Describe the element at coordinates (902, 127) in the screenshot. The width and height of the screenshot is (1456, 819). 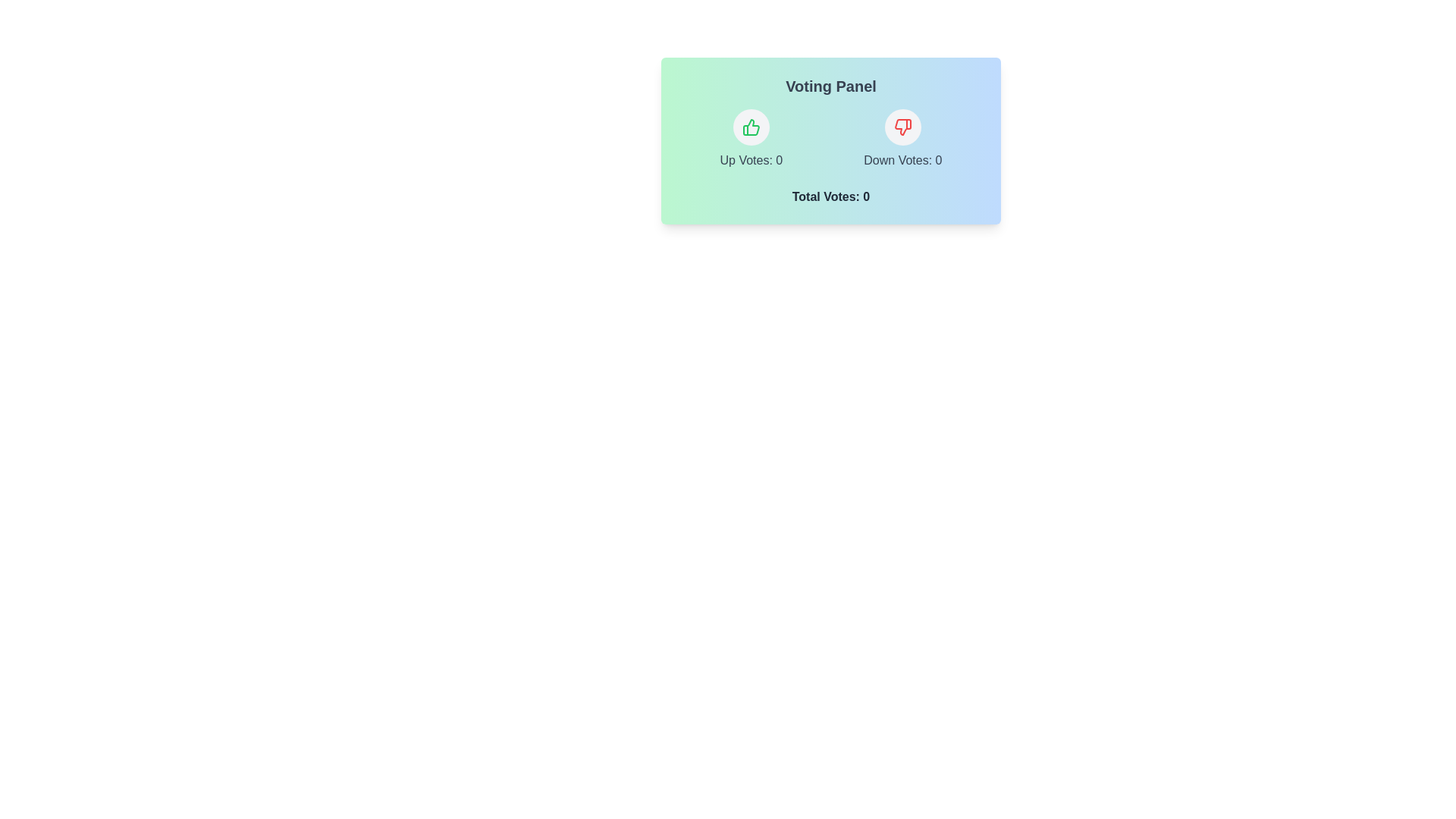
I see `the circular button with a 'thumbs down' icon in the Voting Panel` at that location.